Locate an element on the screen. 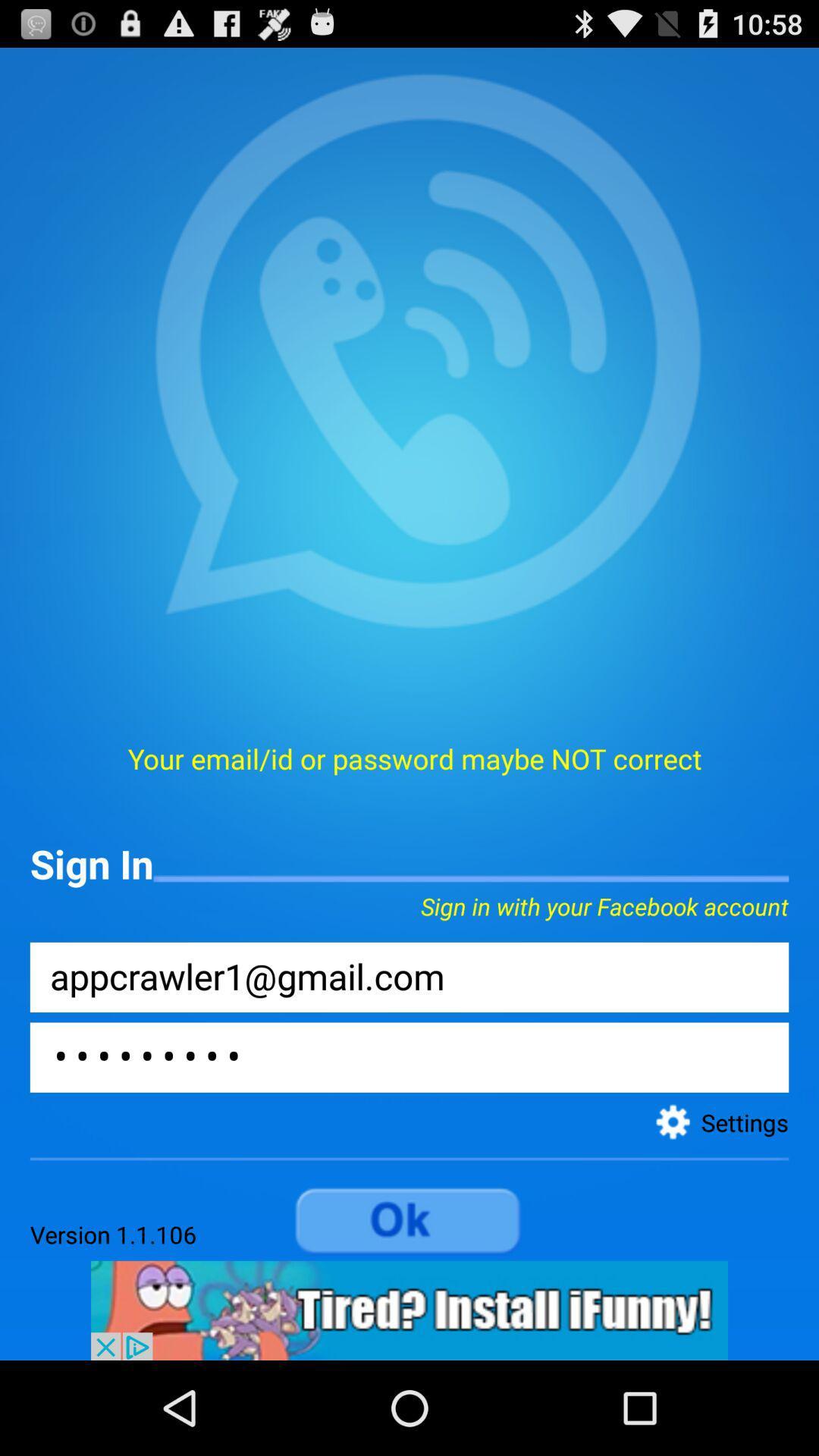  open email text box is located at coordinates (409, 977).